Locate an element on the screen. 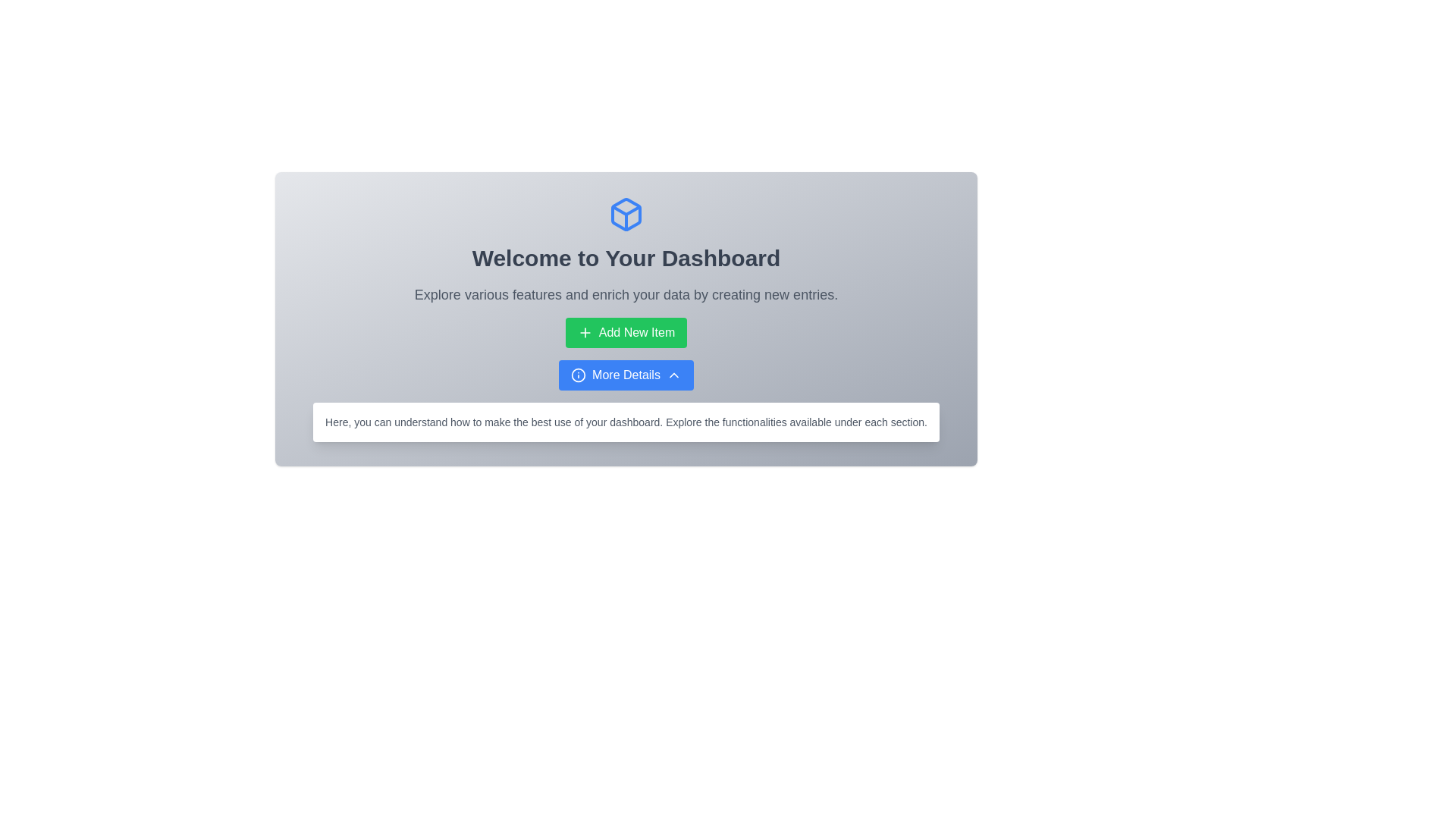 Image resolution: width=1456 pixels, height=819 pixels. the green button labeled 'Add New Item' with a plus sign icon is located at coordinates (626, 332).